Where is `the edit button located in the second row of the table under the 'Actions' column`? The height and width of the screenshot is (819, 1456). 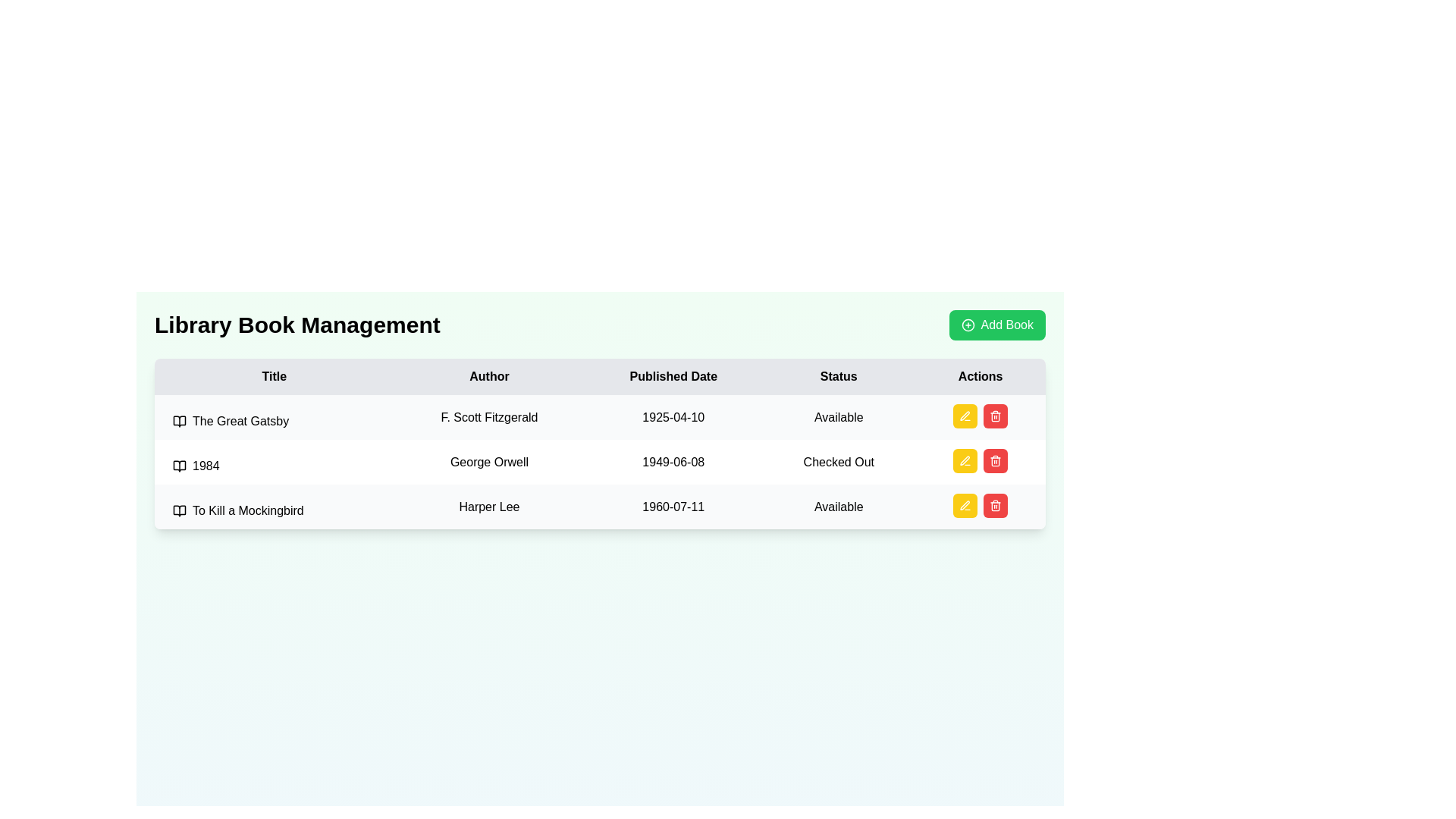 the edit button located in the second row of the table under the 'Actions' column is located at coordinates (965, 460).